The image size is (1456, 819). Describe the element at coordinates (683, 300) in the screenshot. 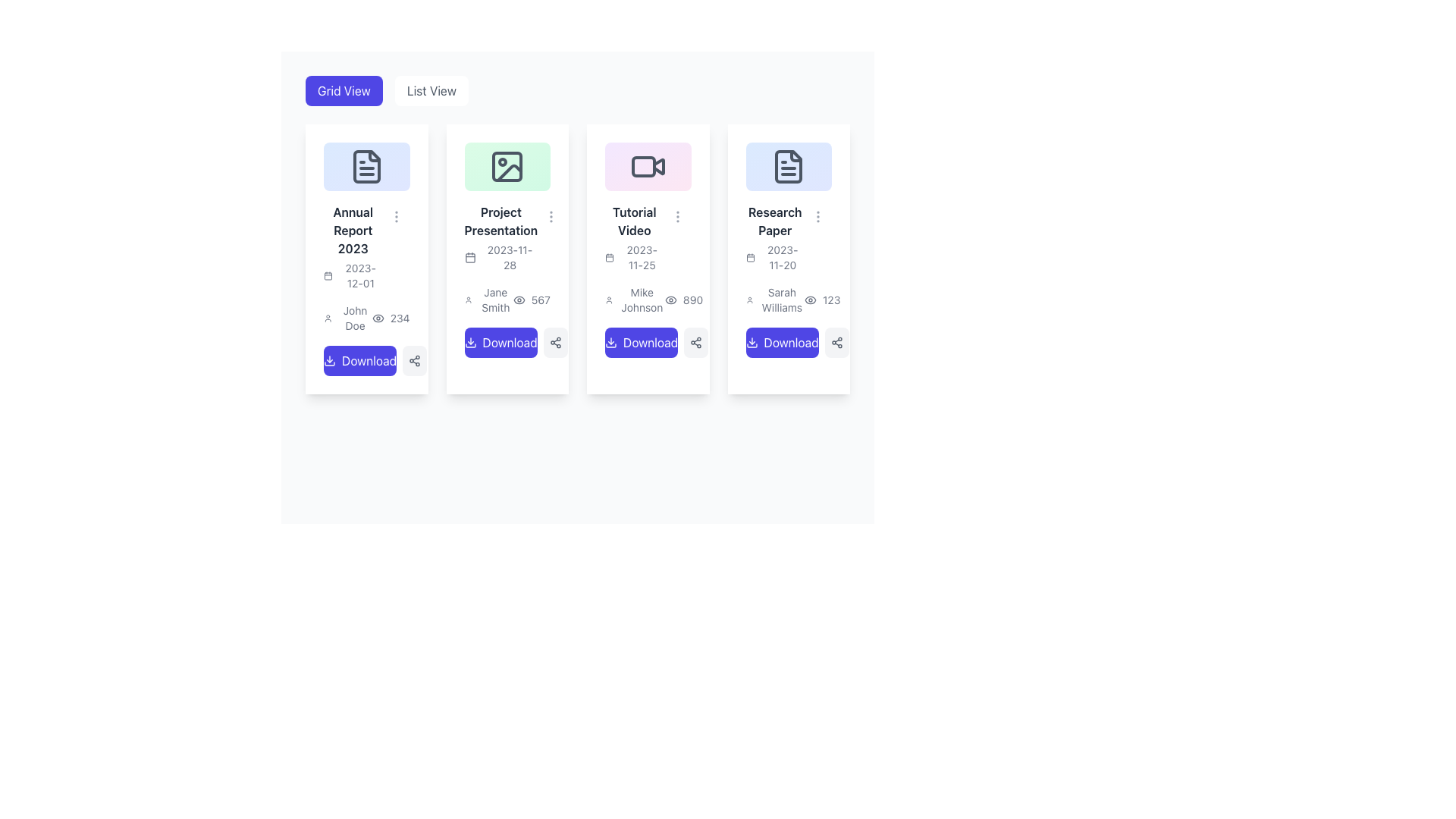

I see `the view count number '890' displayed next to the eye icon in the third card of the grid, which is labeled 'Tutorial Video'` at that location.